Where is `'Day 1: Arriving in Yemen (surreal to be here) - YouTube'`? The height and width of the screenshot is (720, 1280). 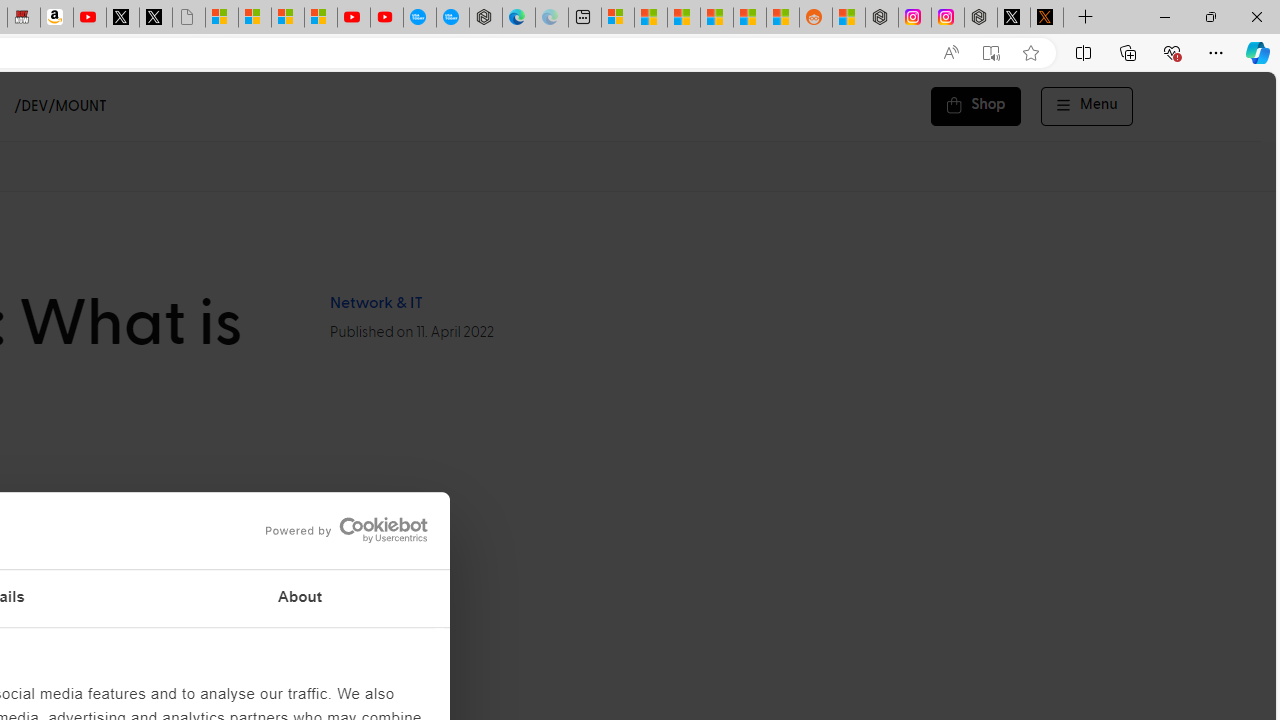 'Day 1: Arriving in Yemen (surreal to be here) - YouTube' is located at coordinates (89, 17).